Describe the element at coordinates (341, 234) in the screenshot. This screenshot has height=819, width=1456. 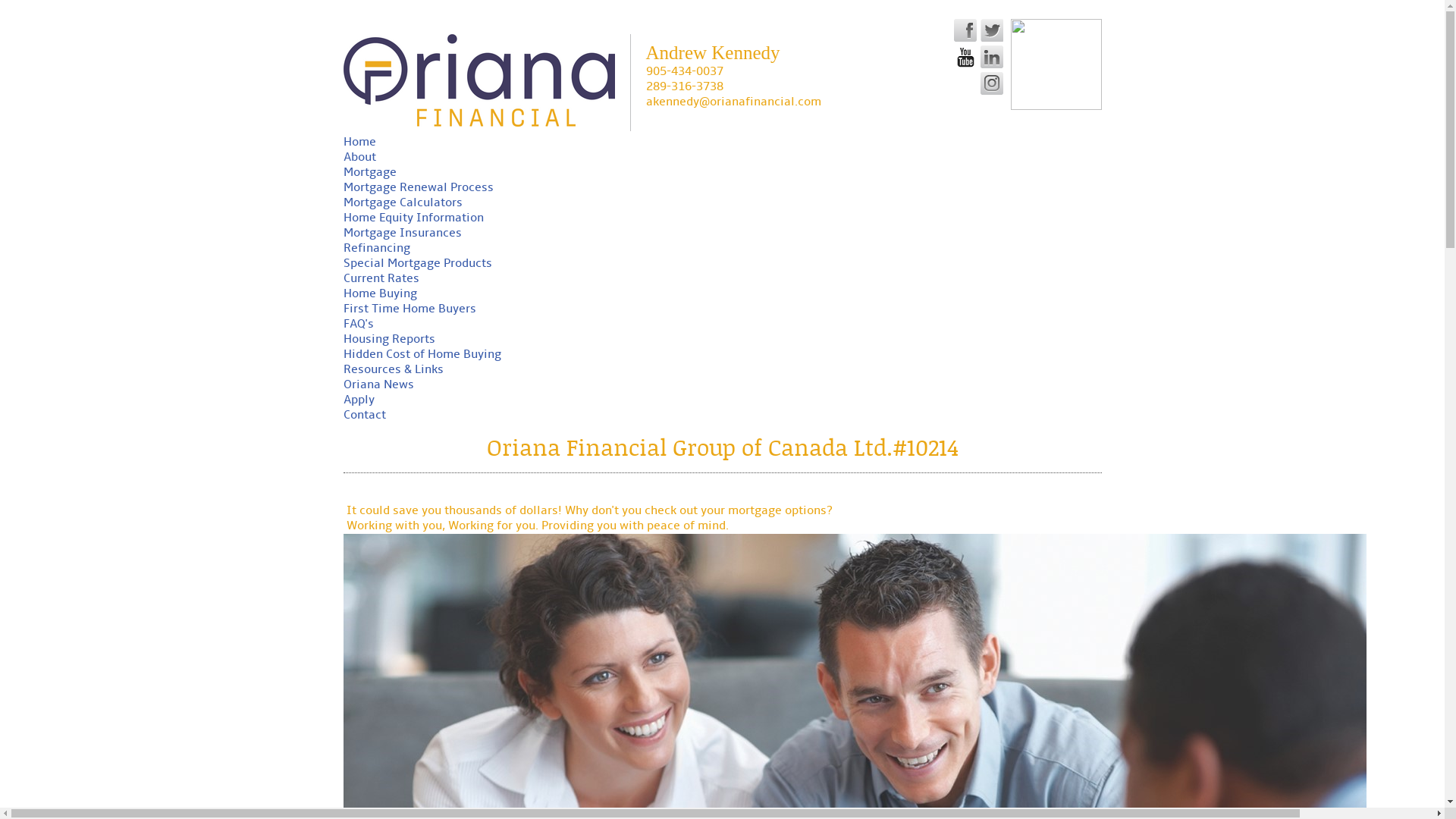
I see `'Mortgage Insurances'` at that location.